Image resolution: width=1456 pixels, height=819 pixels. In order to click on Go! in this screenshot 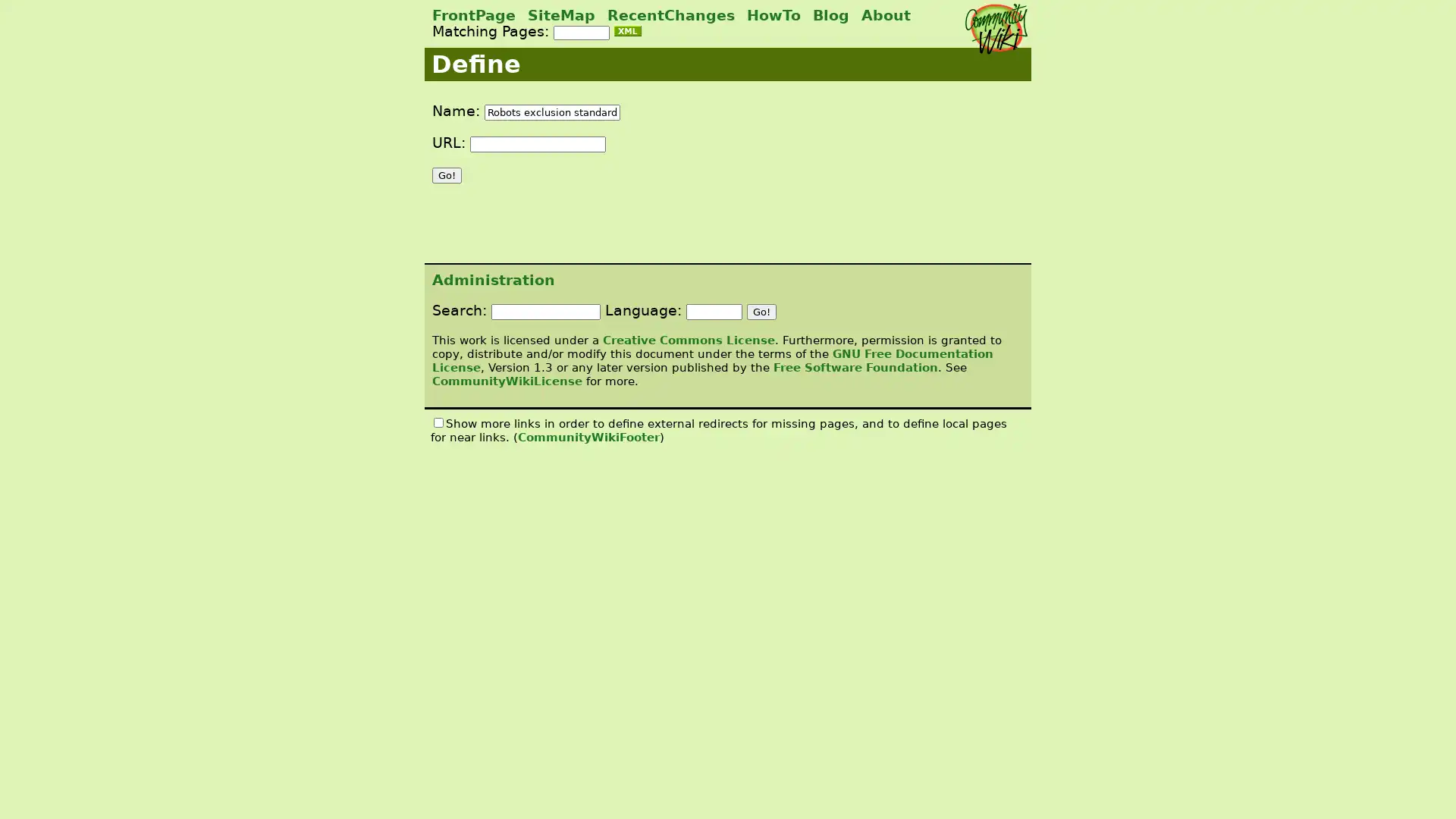, I will do `click(761, 310)`.